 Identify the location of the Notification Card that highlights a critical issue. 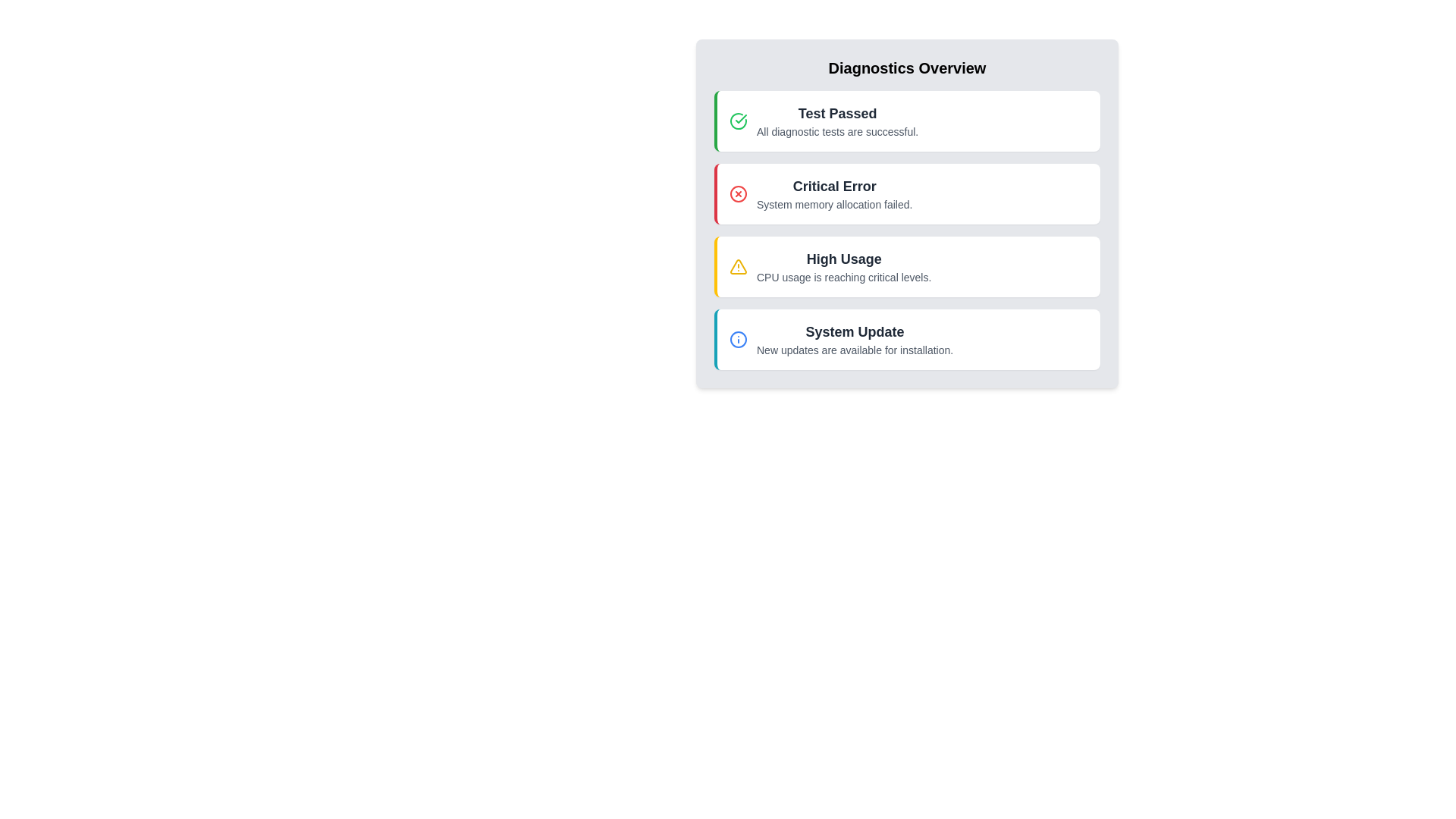
(907, 213).